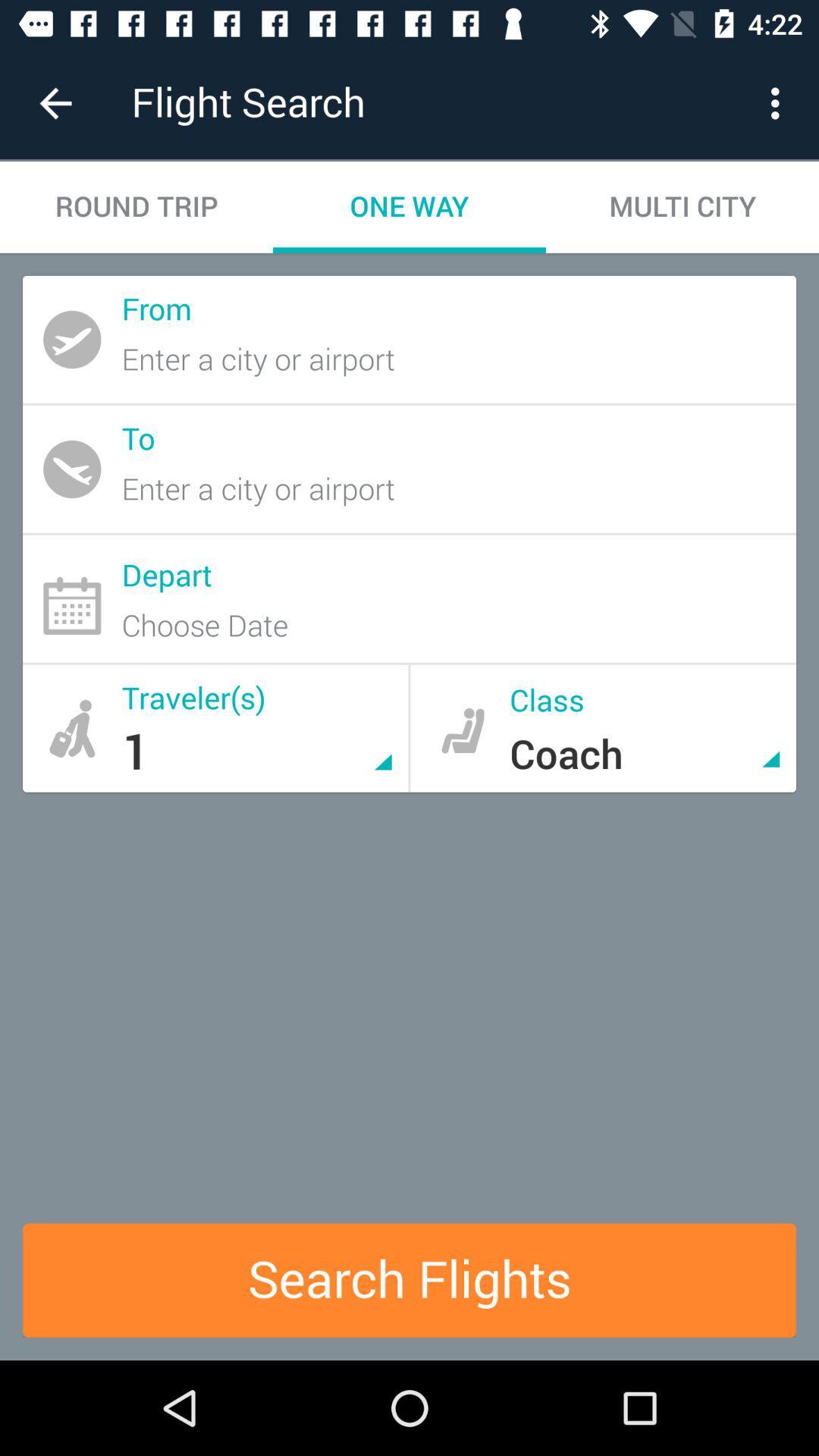  What do you see at coordinates (409, 206) in the screenshot?
I see `the item to the left of the multi city` at bounding box center [409, 206].